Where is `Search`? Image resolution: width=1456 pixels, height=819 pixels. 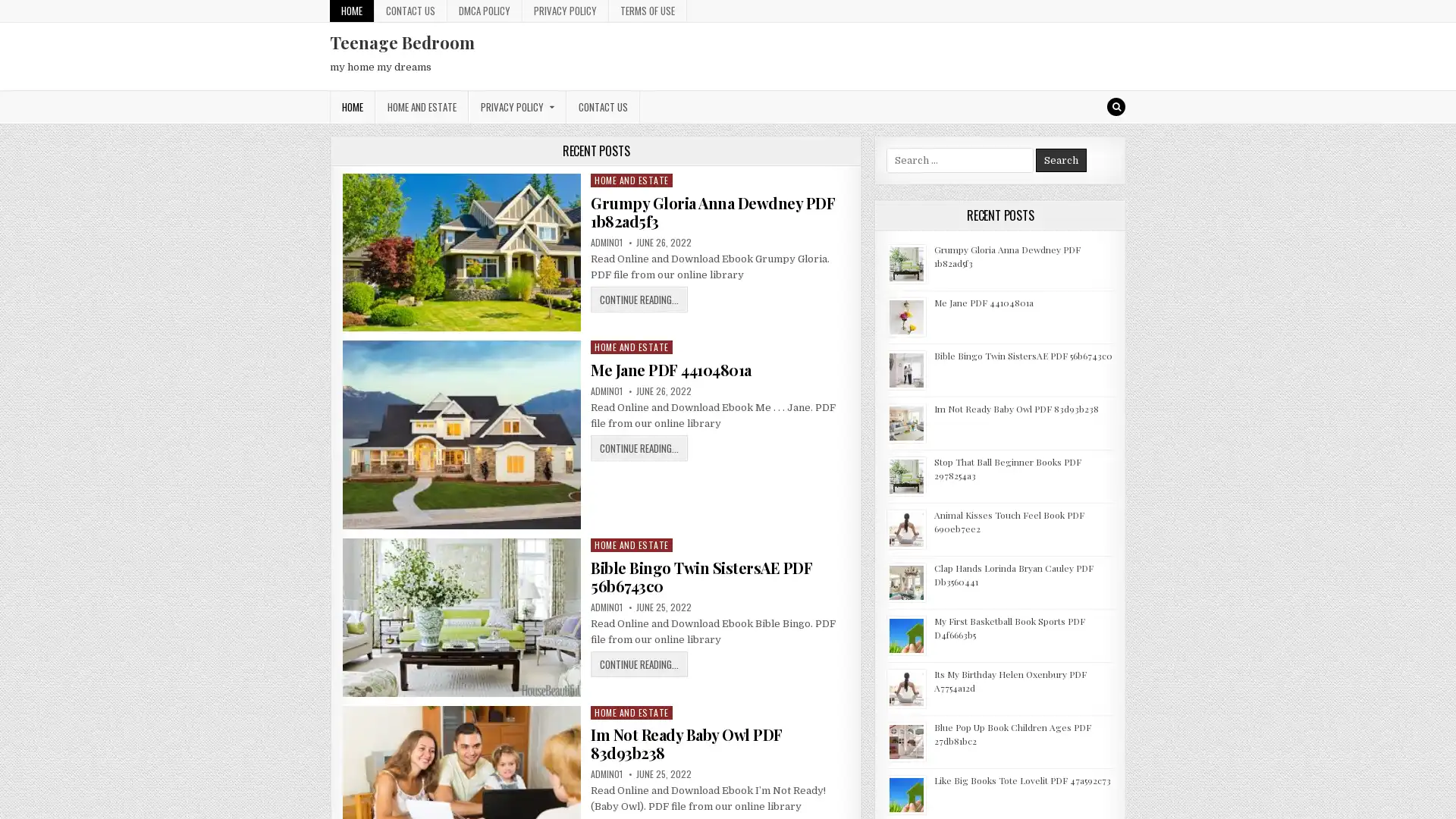
Search is located at coordinates (1060, 160).